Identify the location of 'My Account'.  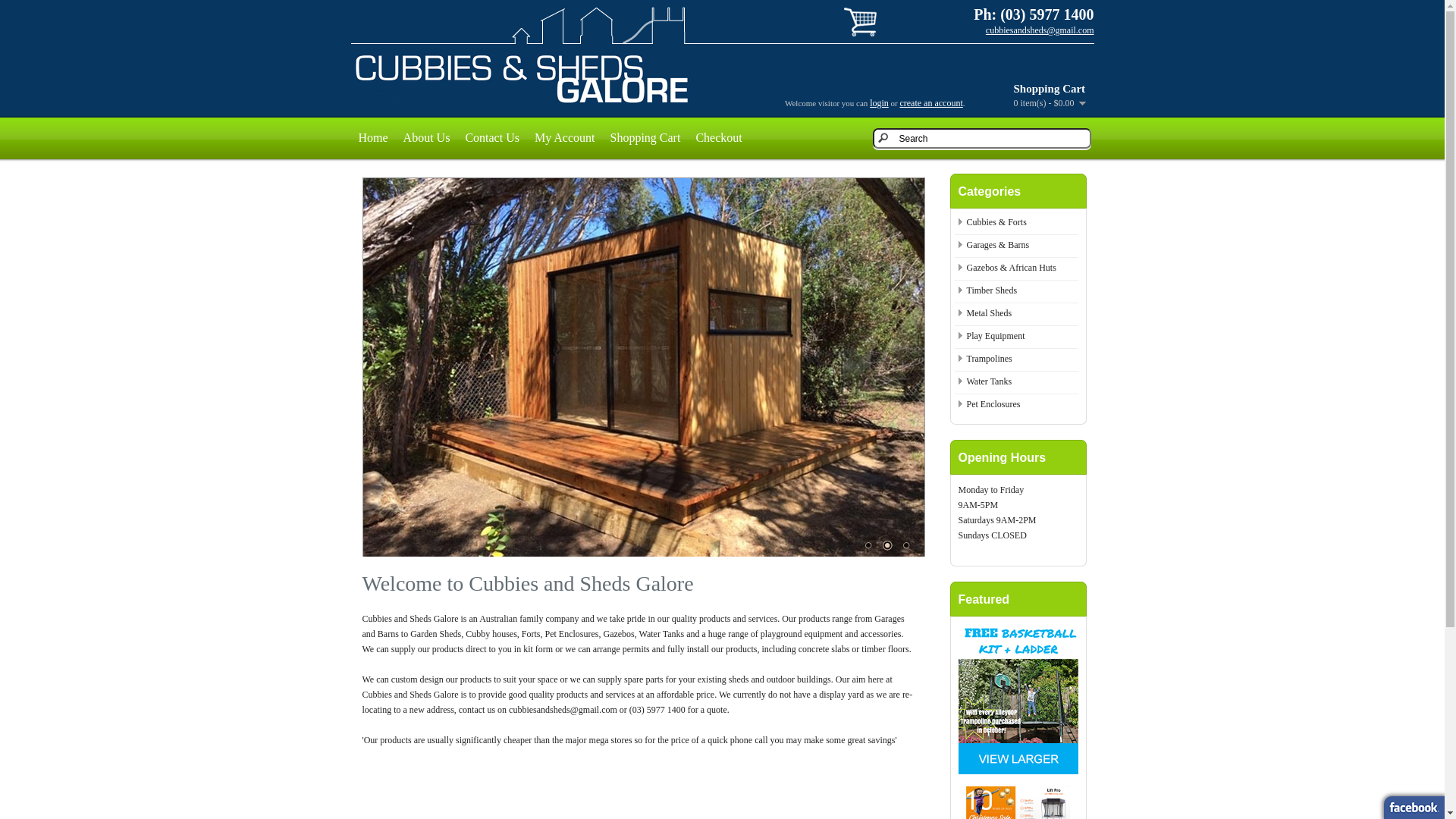
(563, 137).